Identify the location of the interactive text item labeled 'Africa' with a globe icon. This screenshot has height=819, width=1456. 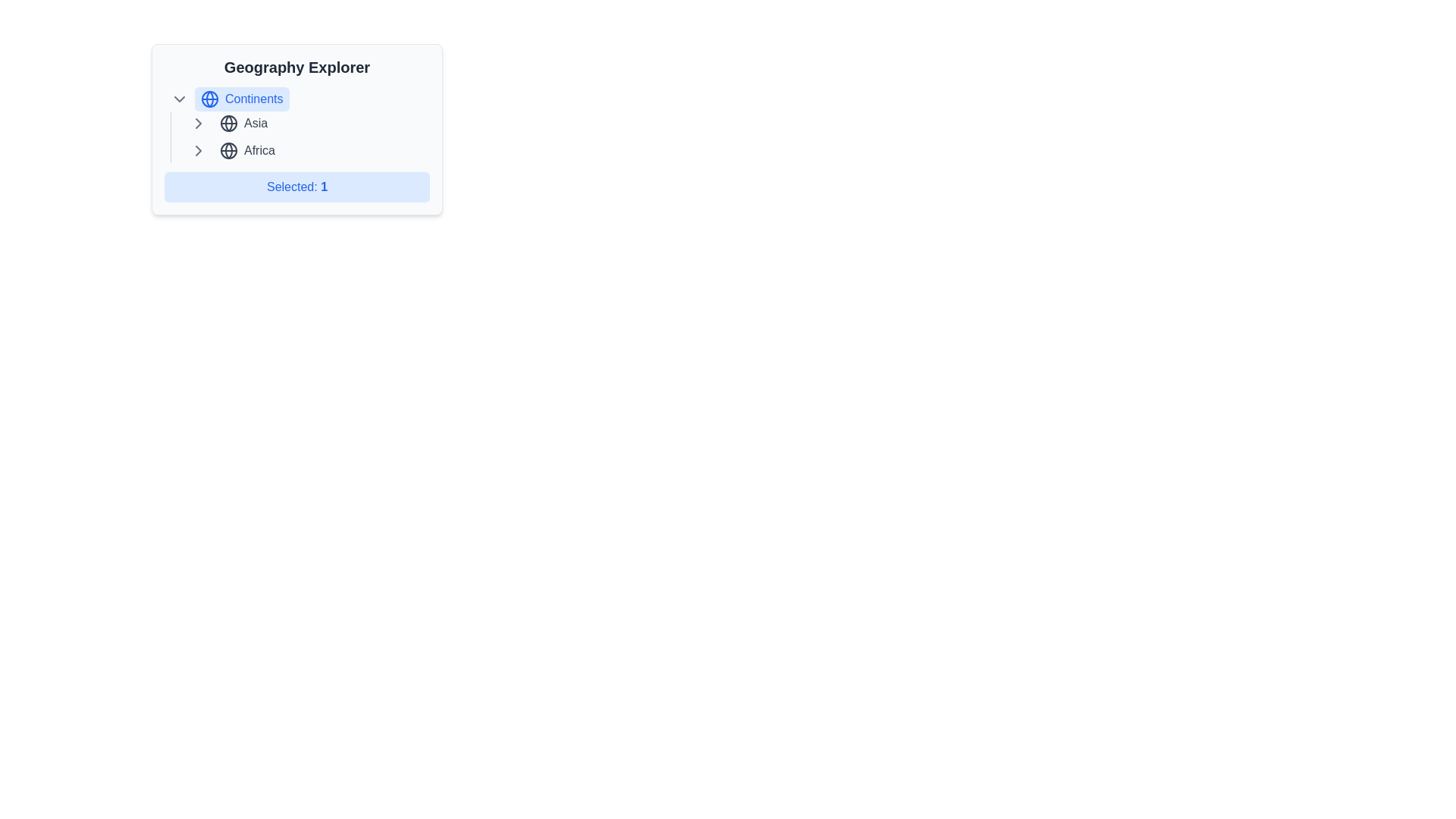
(247, 151).